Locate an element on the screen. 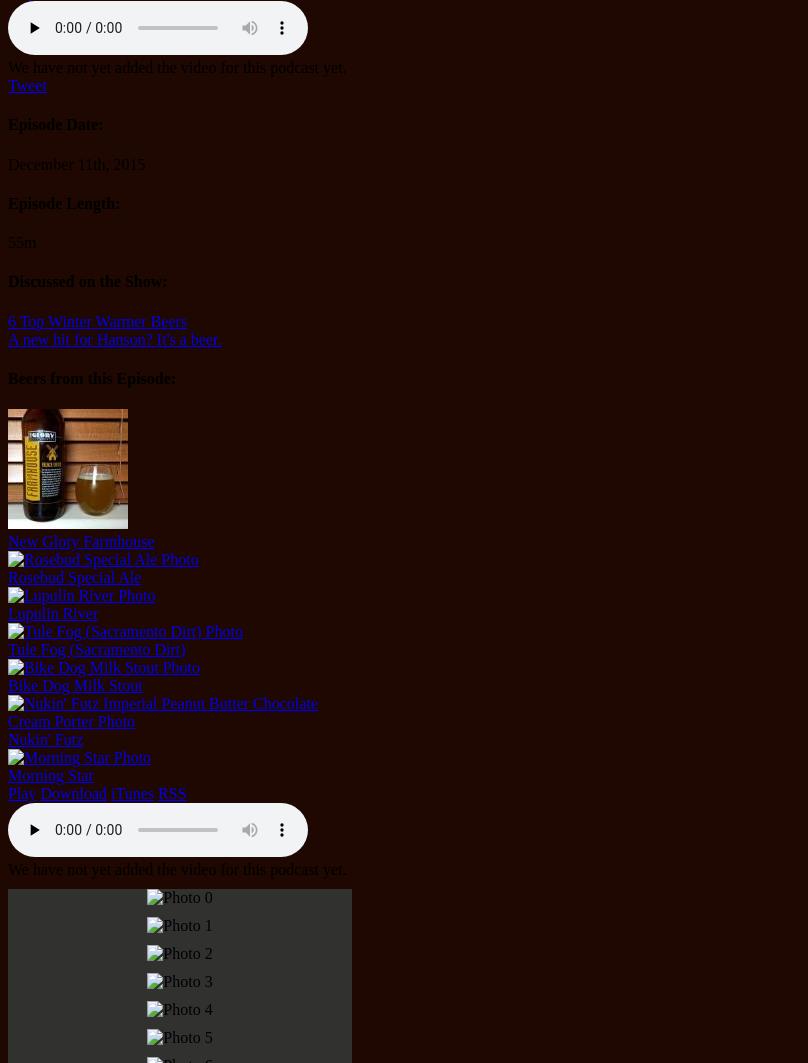 This screenshot has height=1063, width=808. 'Discussed on the Show:' is located at coordinates (87, 281).